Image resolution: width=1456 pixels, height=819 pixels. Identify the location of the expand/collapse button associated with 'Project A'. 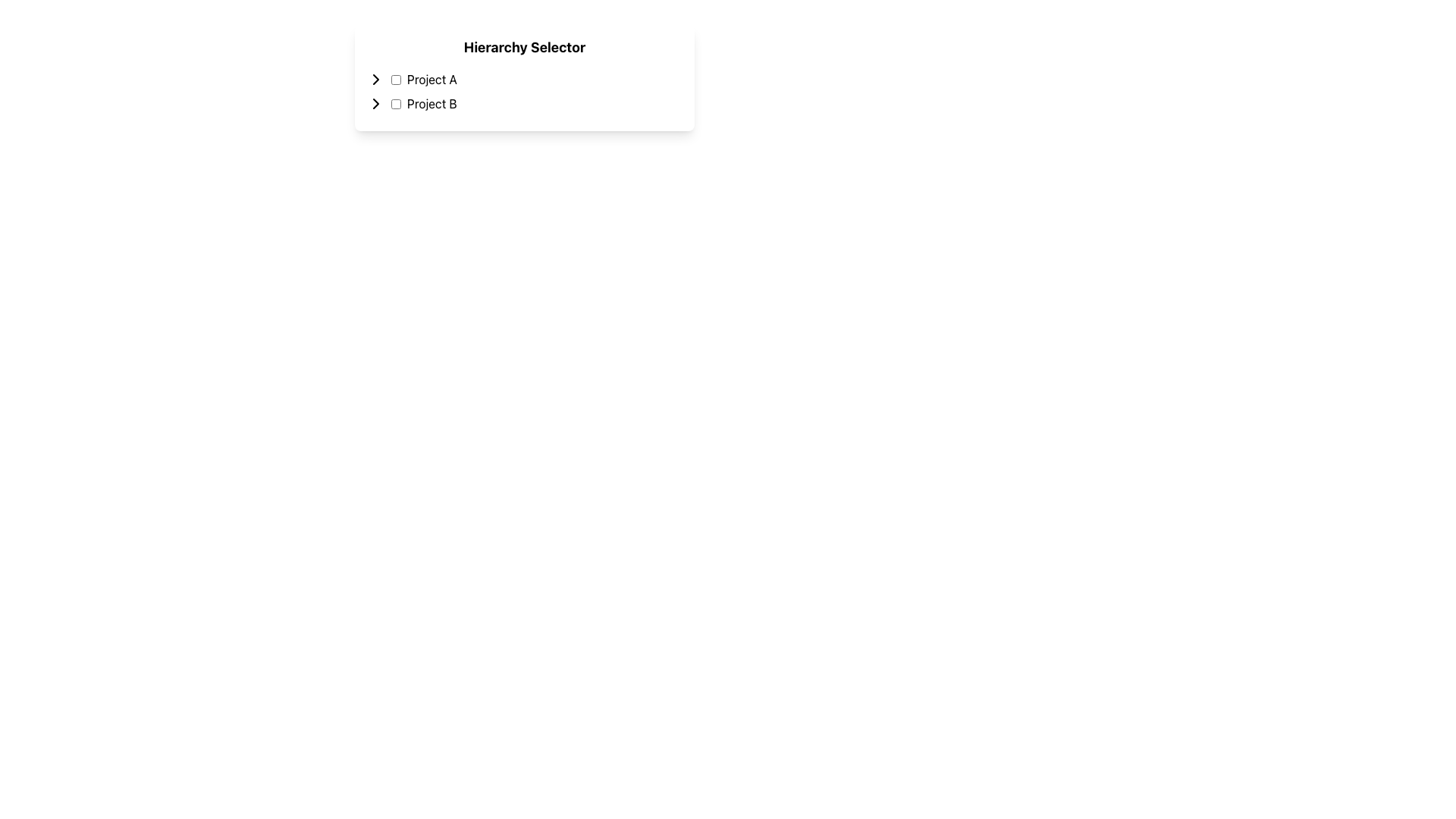
(375, 79).